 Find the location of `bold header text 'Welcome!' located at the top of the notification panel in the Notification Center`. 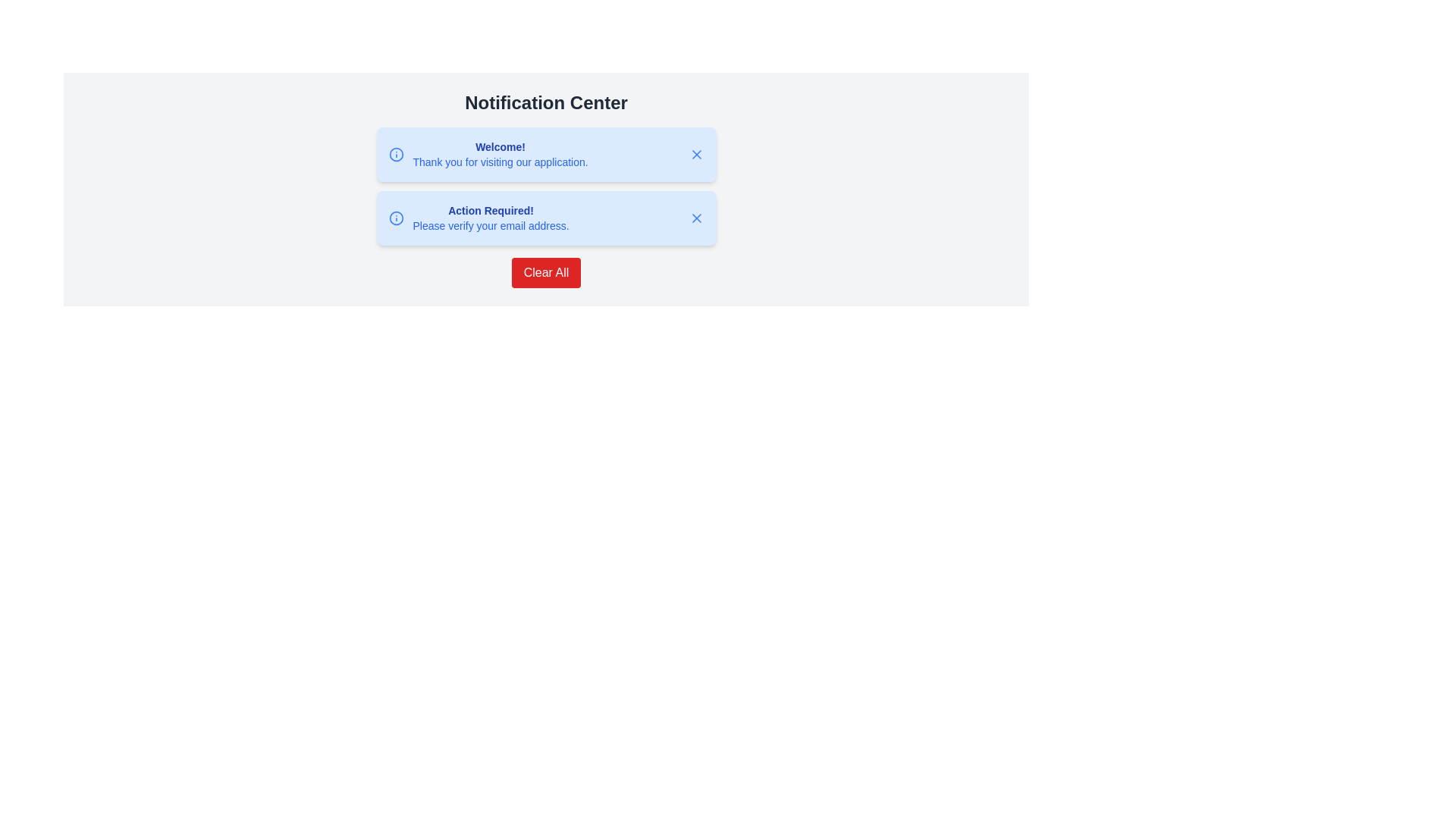

bold header text 'Welcome!' located at the top of the notification panel in the Notification Center is located at coordinates (500, 146).